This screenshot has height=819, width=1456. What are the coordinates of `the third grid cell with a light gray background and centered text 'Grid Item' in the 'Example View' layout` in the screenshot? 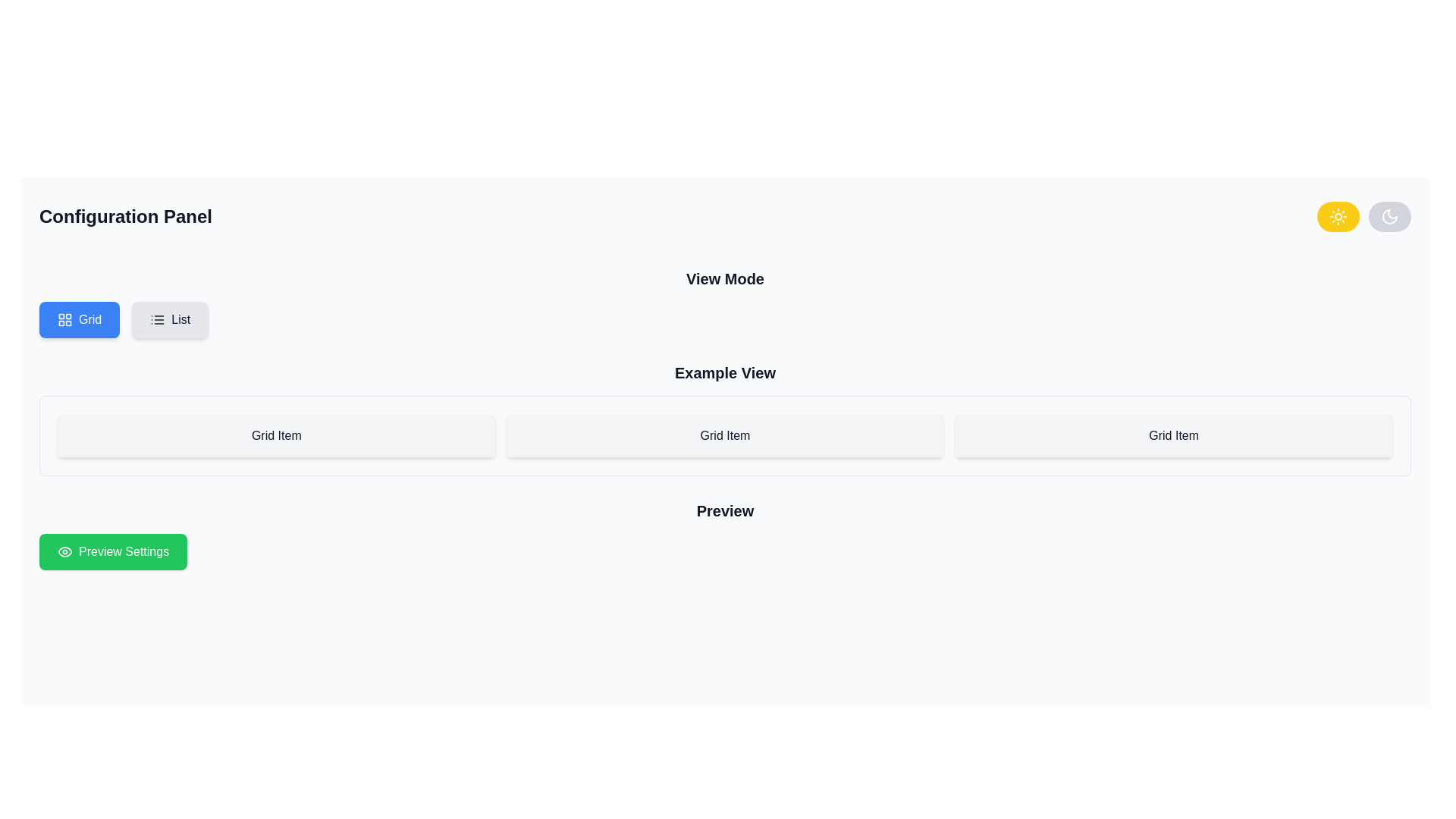 It's located at (1173, 435).